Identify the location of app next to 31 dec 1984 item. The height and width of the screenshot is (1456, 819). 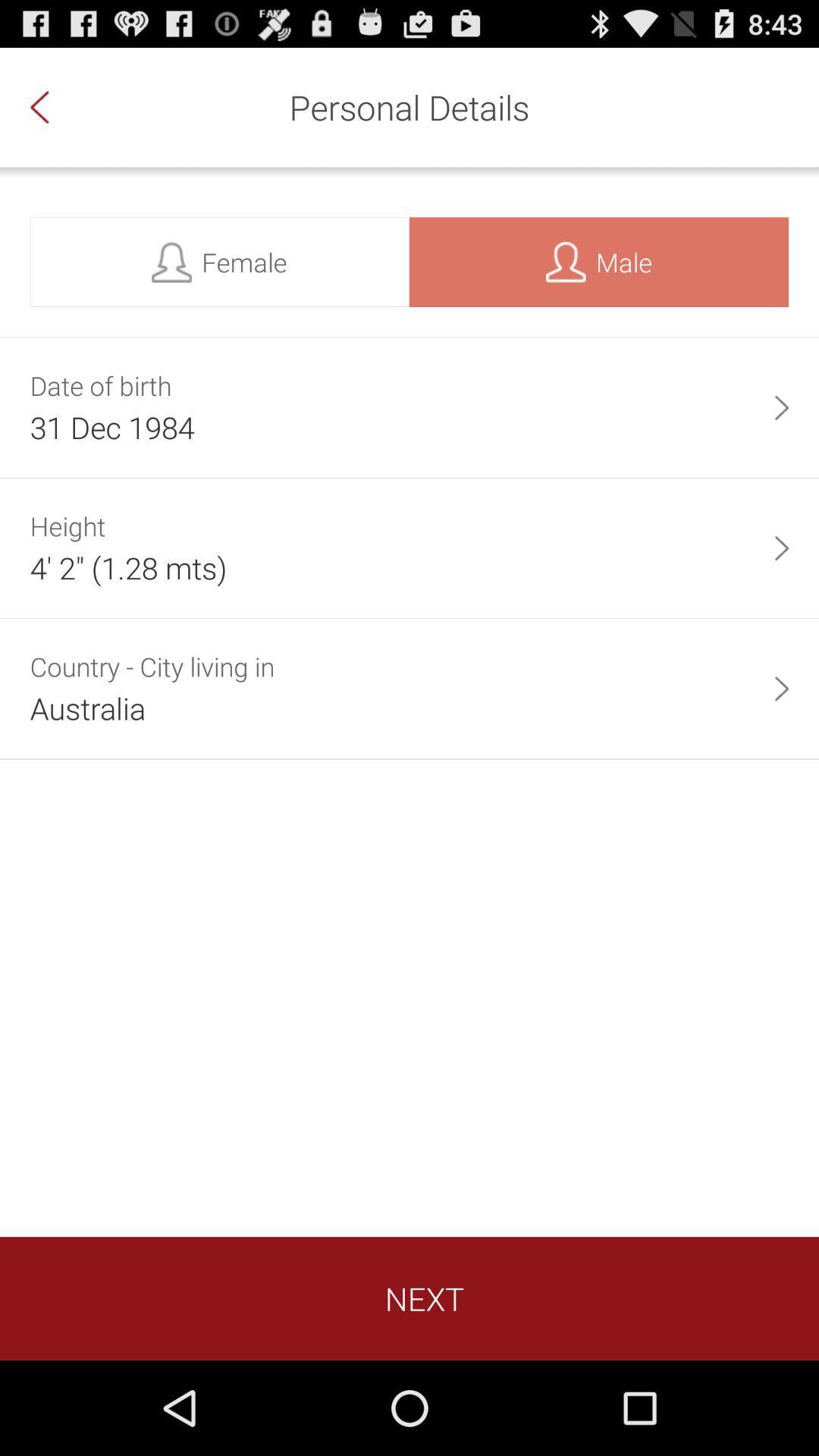
(781, 407).